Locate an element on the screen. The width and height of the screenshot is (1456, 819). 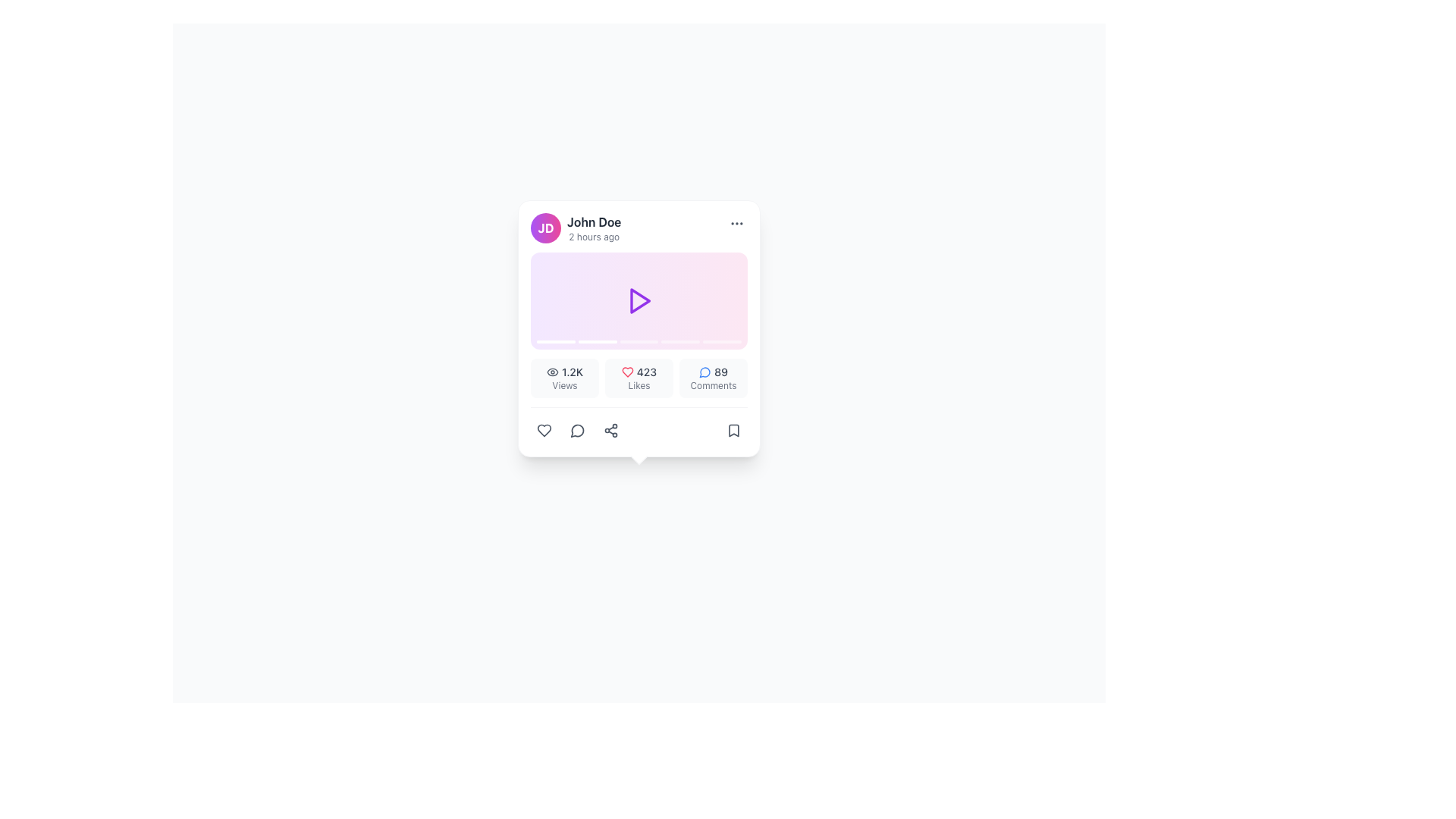
the Profile display element featuring an avatar with initials 'JD', the name 'John Doe', and the time '2 hours ago' is located at coordinates (575, 227).